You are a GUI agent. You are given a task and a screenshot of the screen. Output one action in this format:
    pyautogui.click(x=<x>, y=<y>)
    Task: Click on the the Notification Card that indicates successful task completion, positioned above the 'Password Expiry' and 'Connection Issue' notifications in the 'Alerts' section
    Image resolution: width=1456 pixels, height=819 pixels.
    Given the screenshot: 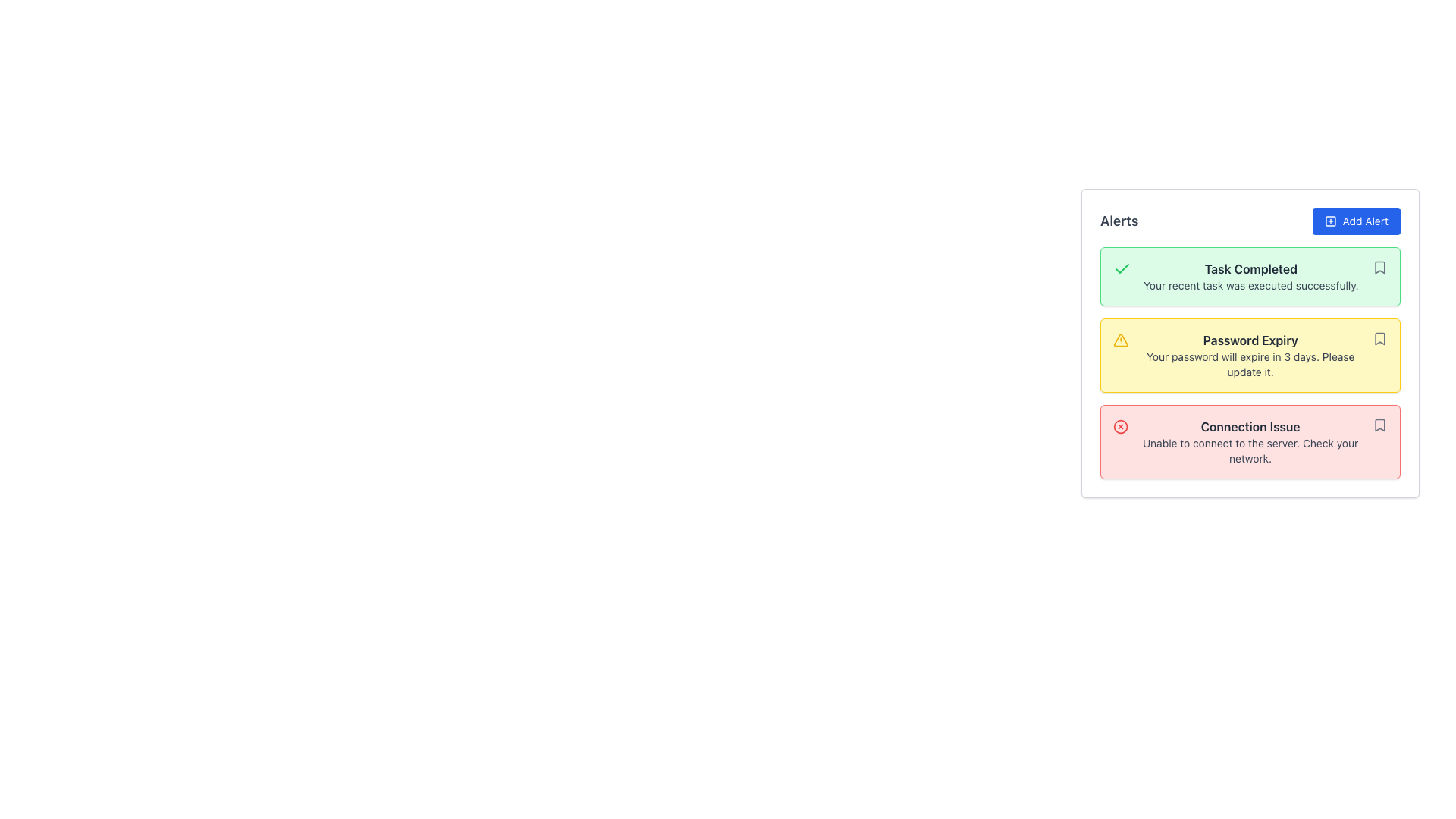 What is the action you would take?
    pyautogui.click(x=1250, y=277)
    